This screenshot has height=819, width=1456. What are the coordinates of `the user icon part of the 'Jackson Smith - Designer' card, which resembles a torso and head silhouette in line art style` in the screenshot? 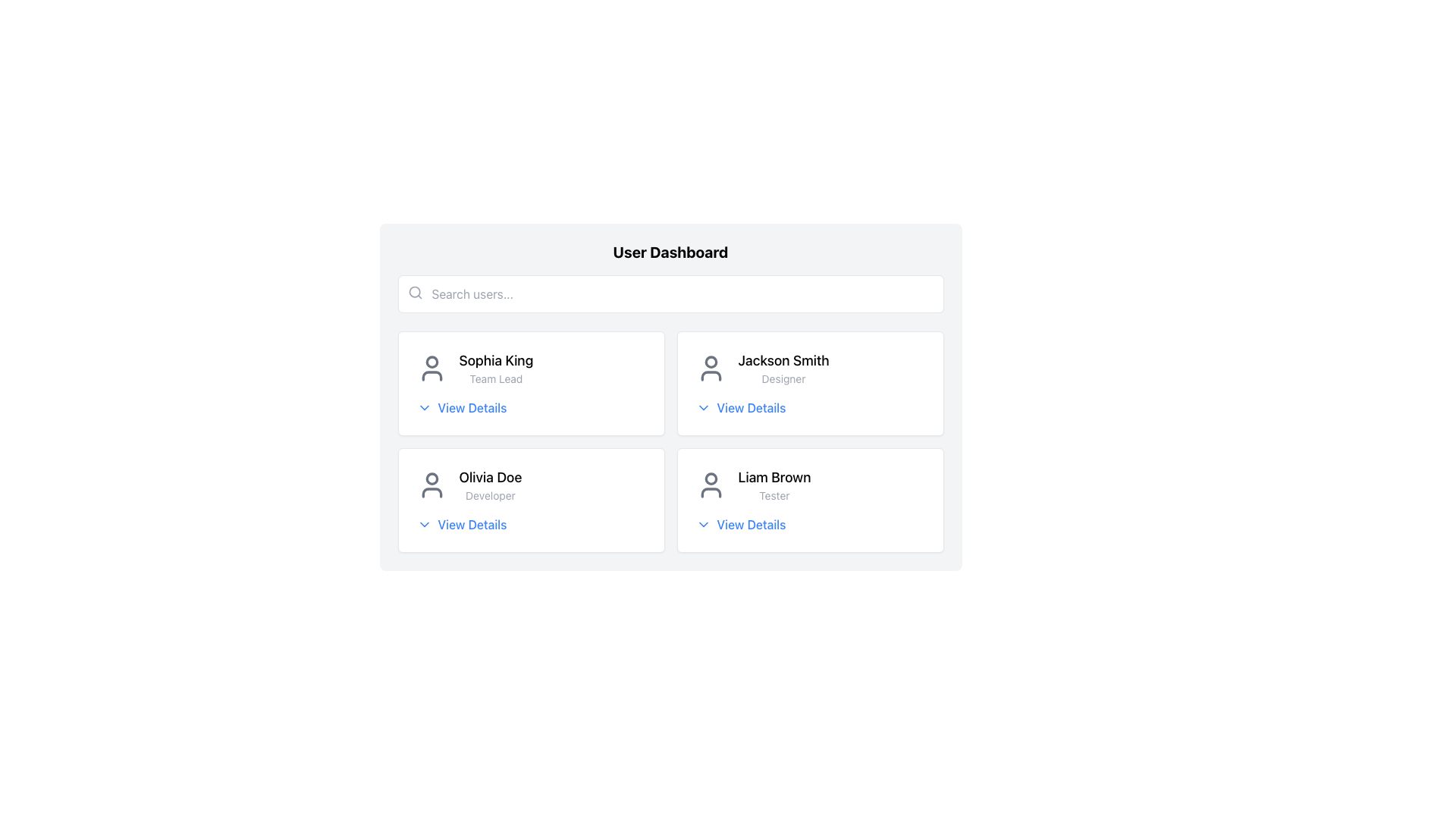 It's located at (710, 375).